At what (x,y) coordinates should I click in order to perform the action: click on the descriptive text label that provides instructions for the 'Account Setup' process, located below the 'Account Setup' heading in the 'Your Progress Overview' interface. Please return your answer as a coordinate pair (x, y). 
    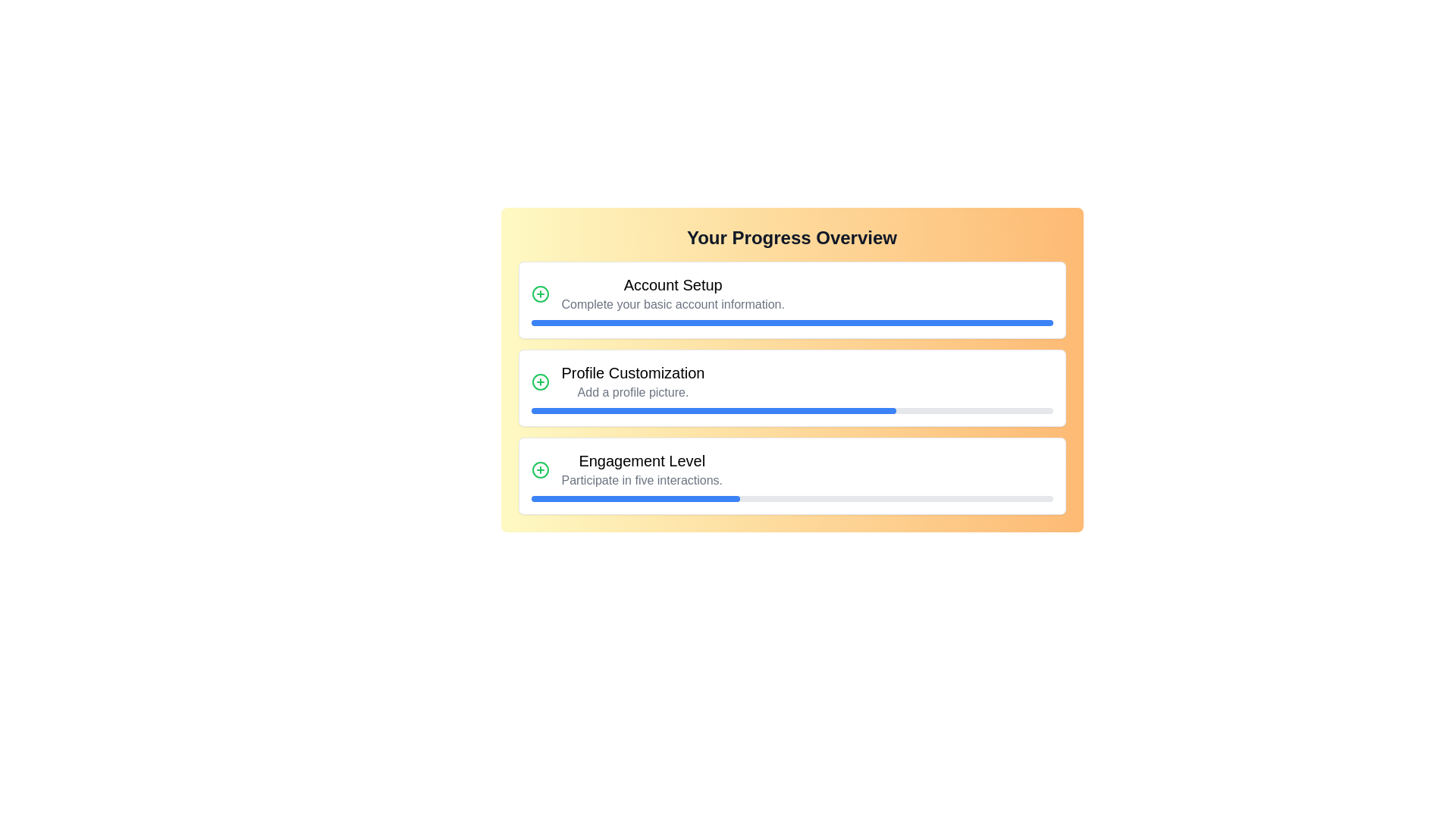
    Looking at the image, I should click on (672, 304).